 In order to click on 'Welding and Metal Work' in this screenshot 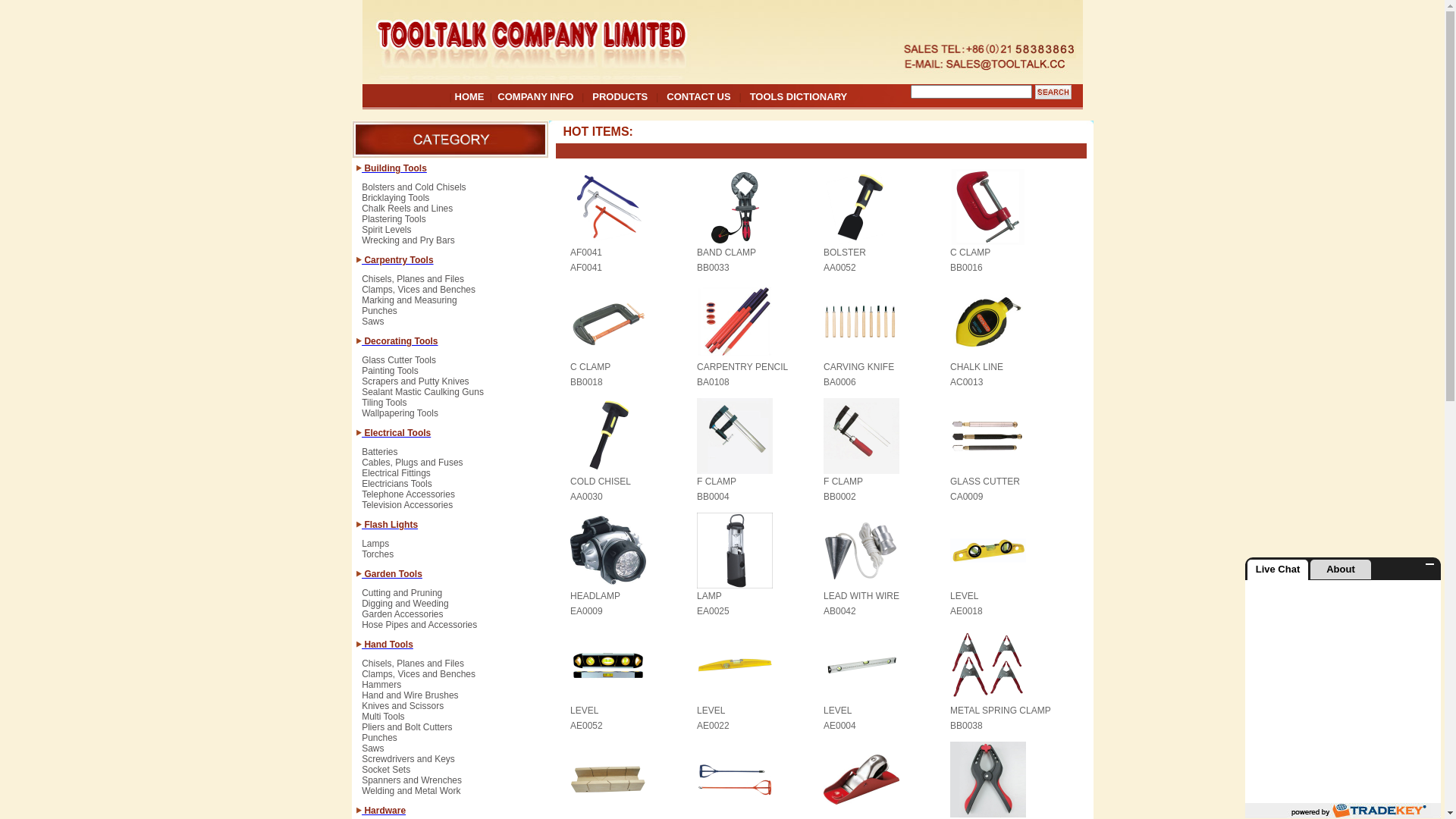, I will do `click(411, 789)`.